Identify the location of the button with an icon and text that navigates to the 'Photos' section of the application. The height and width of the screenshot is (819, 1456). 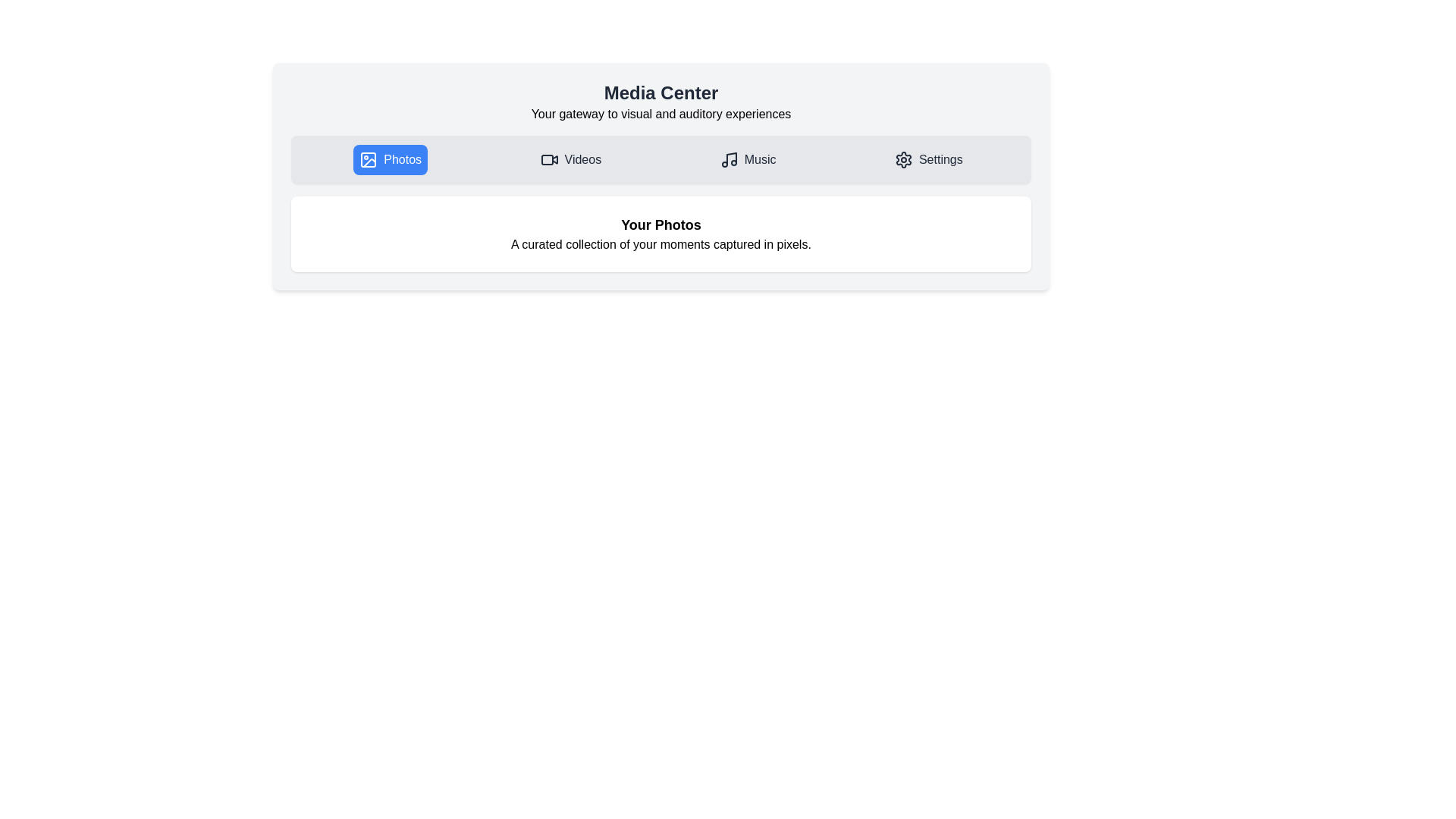
(391, 160).